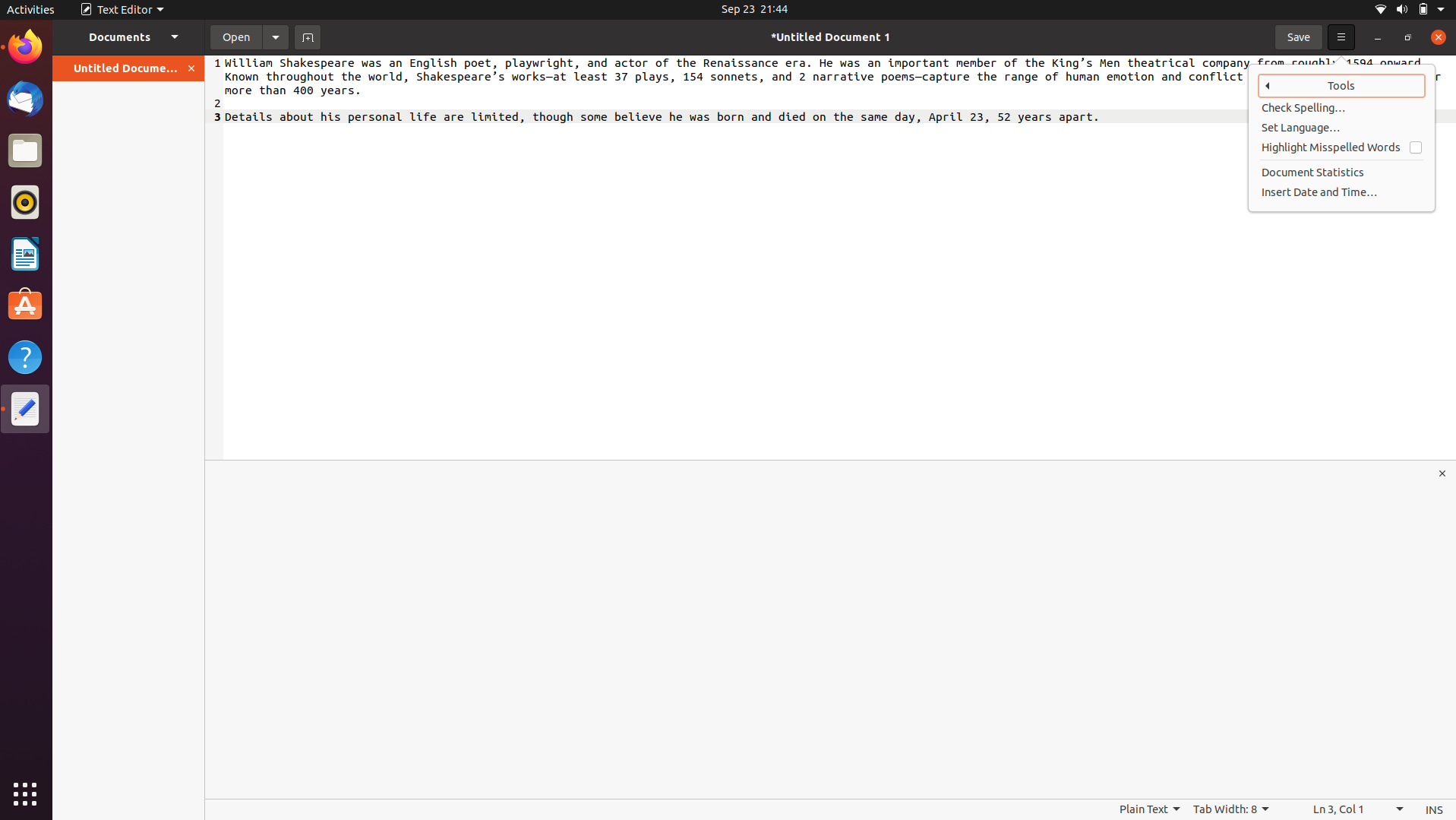  Describe the element at coordinates (1342, 108) in the screenshot. I see `Inspect document for spelling errors` at that location.